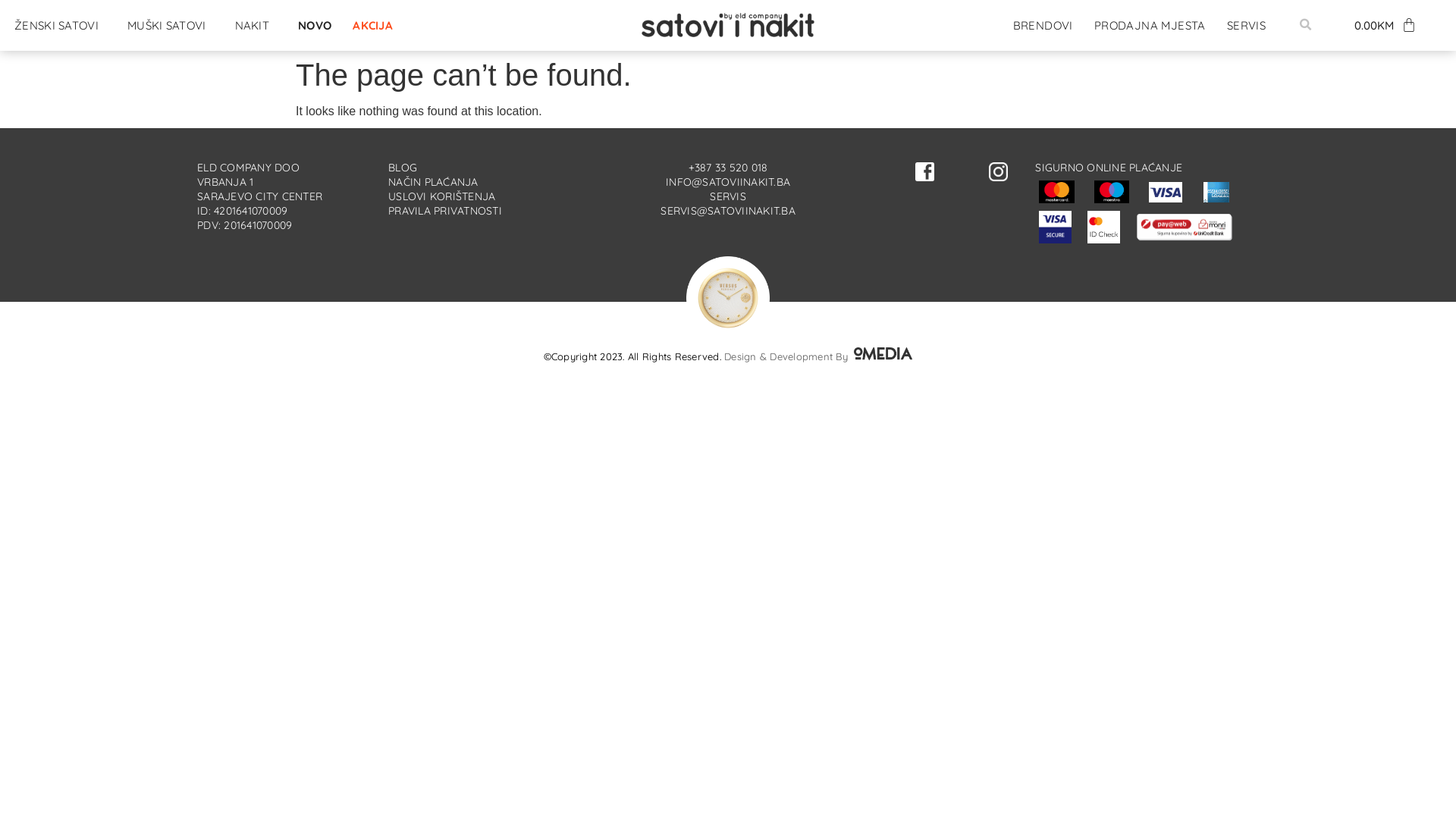 Image resolution: width=1456 pixels, height=819 pixels. I want to click on 'BRENDOVI', so click(1006, 25).